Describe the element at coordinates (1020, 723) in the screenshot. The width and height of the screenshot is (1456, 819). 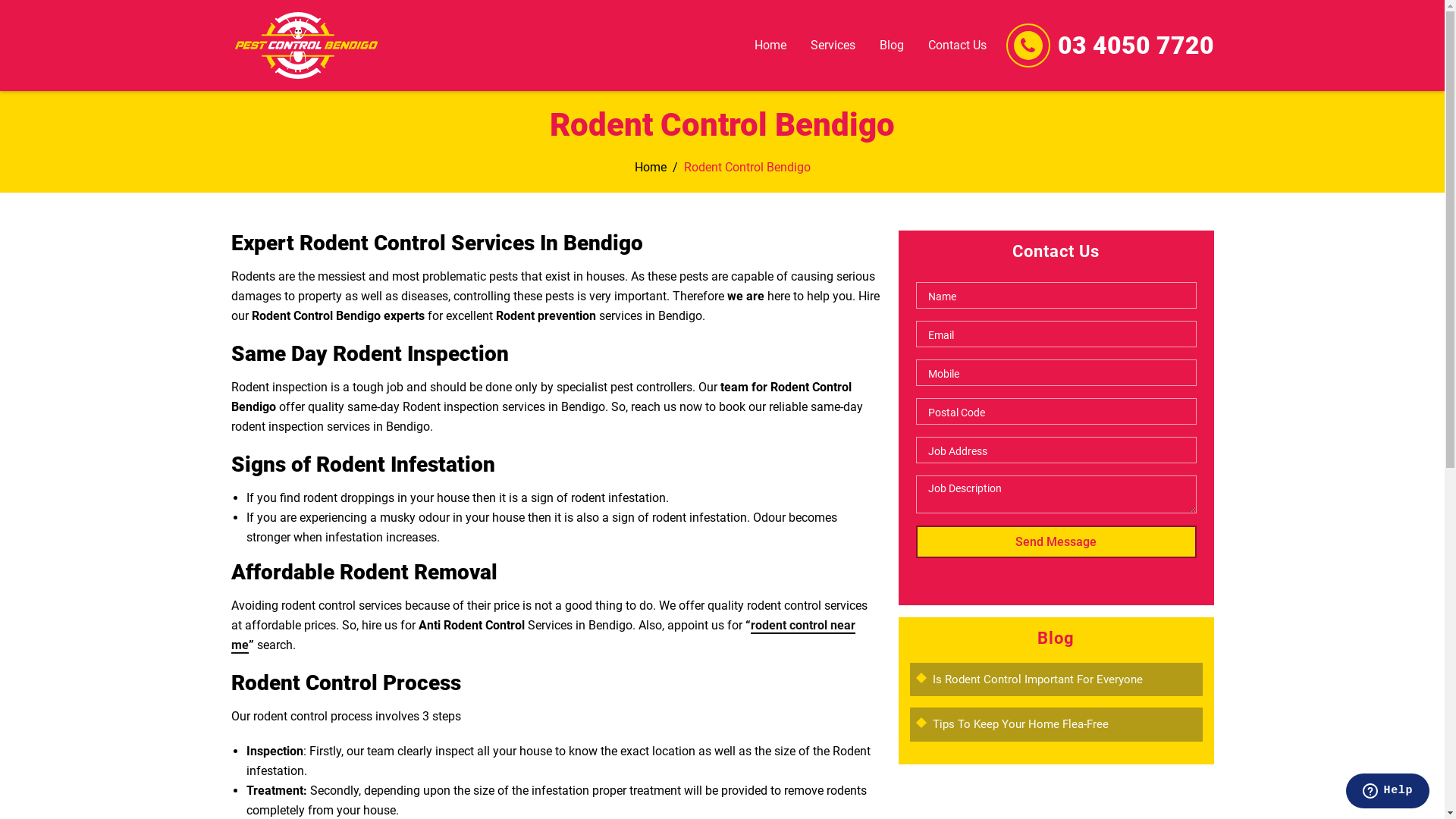
I see `'Tips To Keep Your Home Flea-Free'` at that location.